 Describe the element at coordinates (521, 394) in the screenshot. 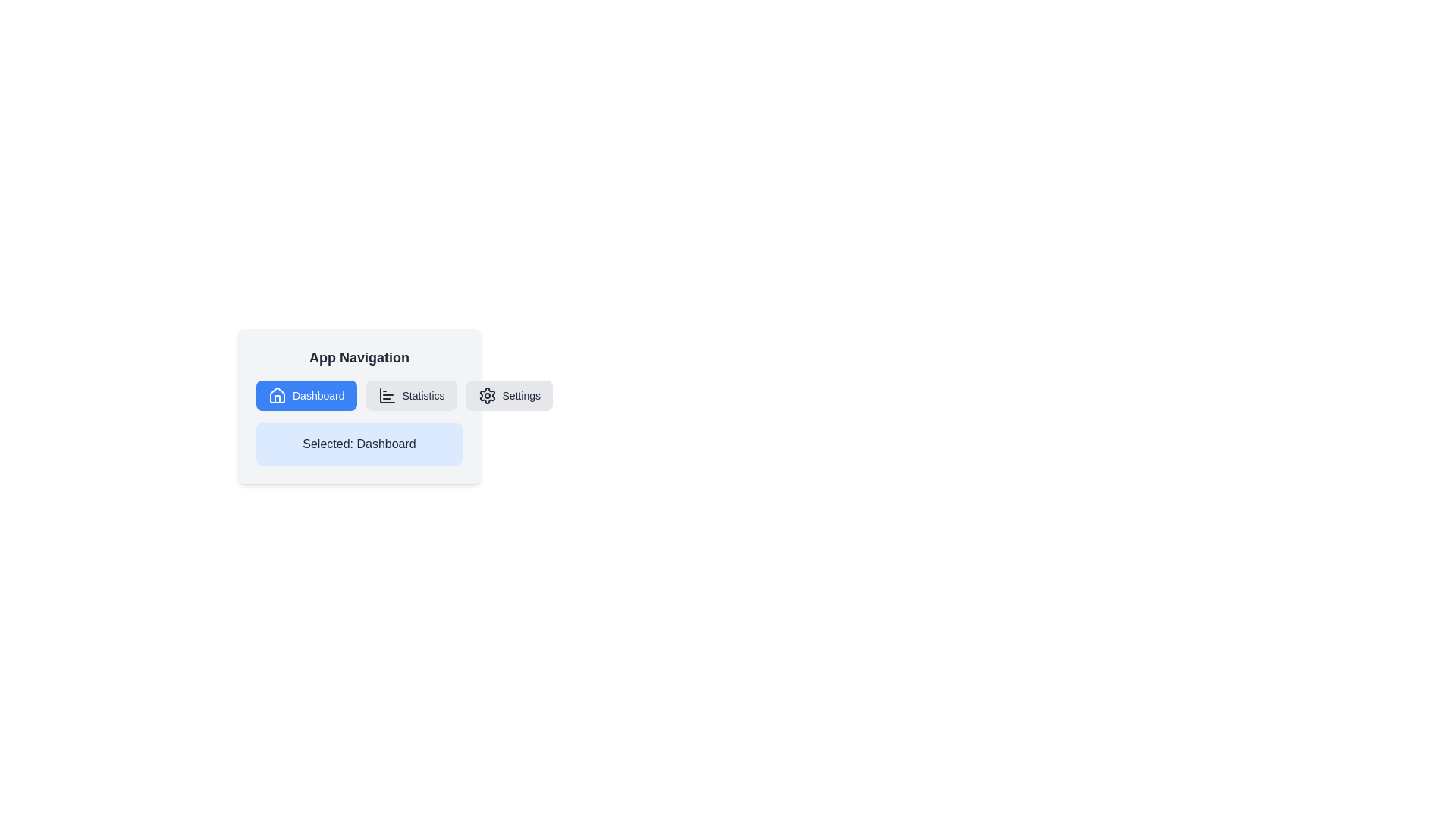

I see `the text label 'Settings', which is styled in a standard font and positioned next to a gear icon in the navigation menu` at that location.